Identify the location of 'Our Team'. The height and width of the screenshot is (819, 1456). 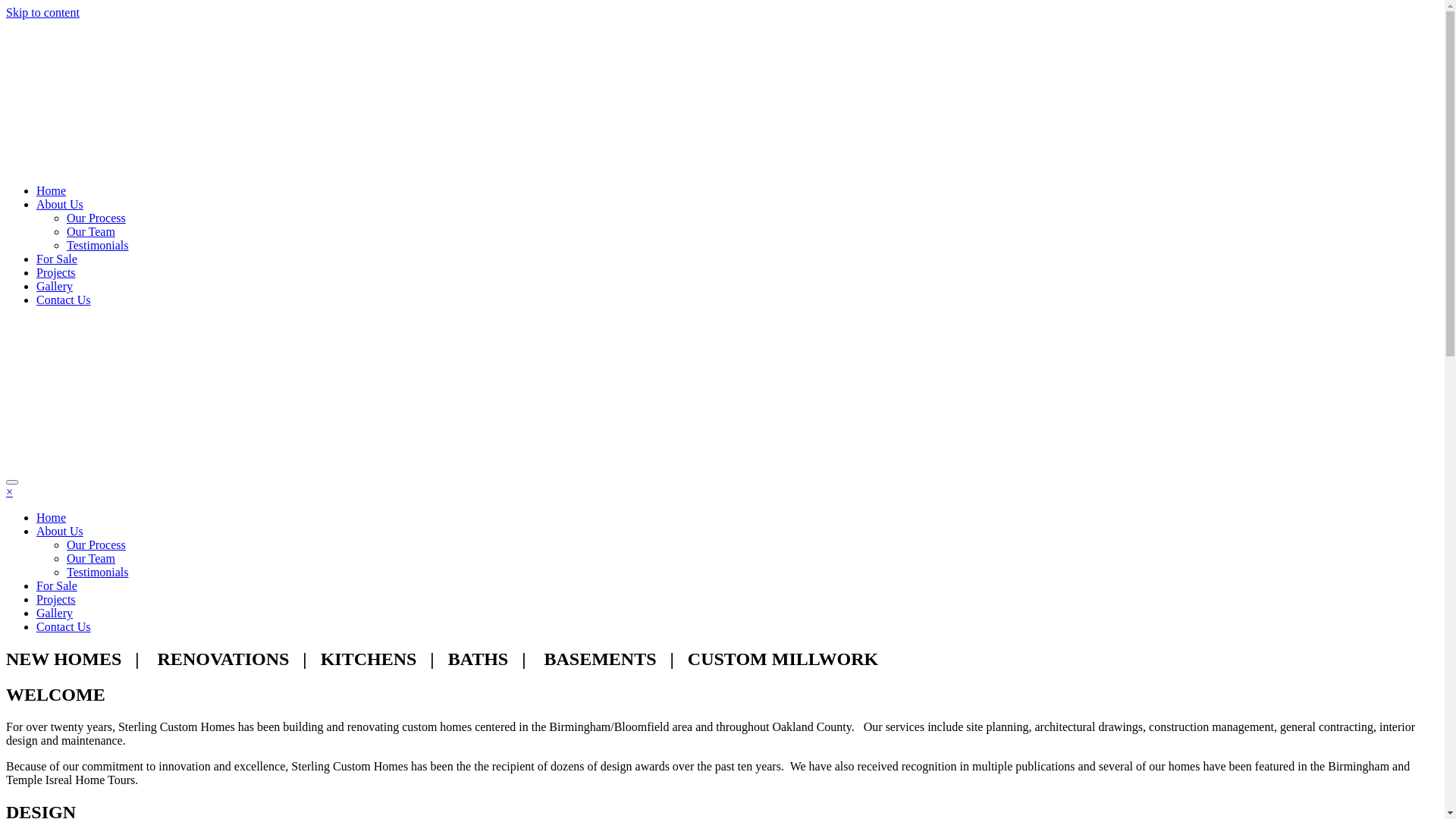
(90, 231).